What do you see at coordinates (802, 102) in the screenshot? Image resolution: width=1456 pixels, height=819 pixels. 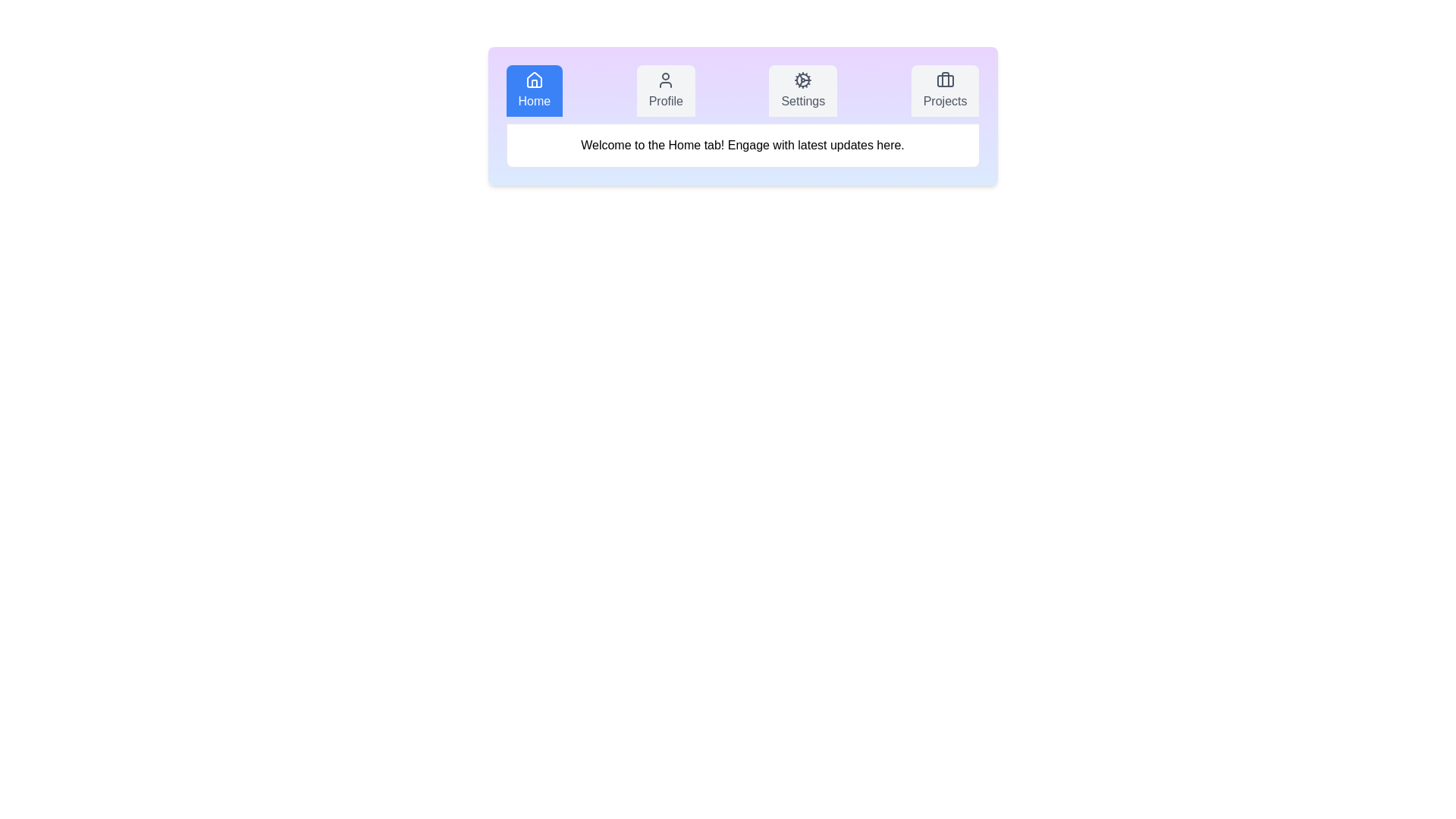 I see `the 'Settings' text label in the navigation bar` at bounding box center [802, 102].